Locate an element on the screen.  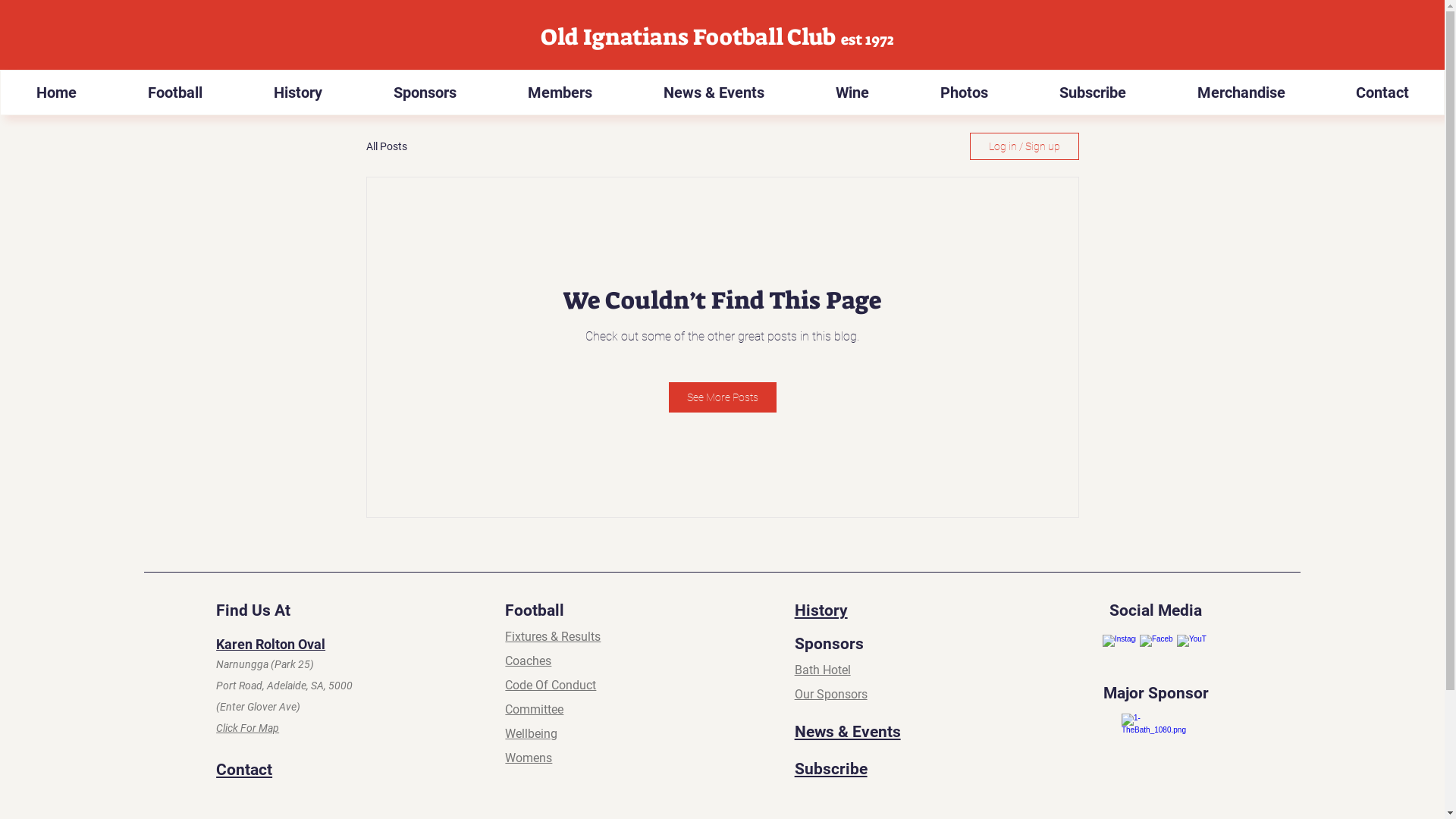
'Subscribe' is located at coordinates (830, 769).